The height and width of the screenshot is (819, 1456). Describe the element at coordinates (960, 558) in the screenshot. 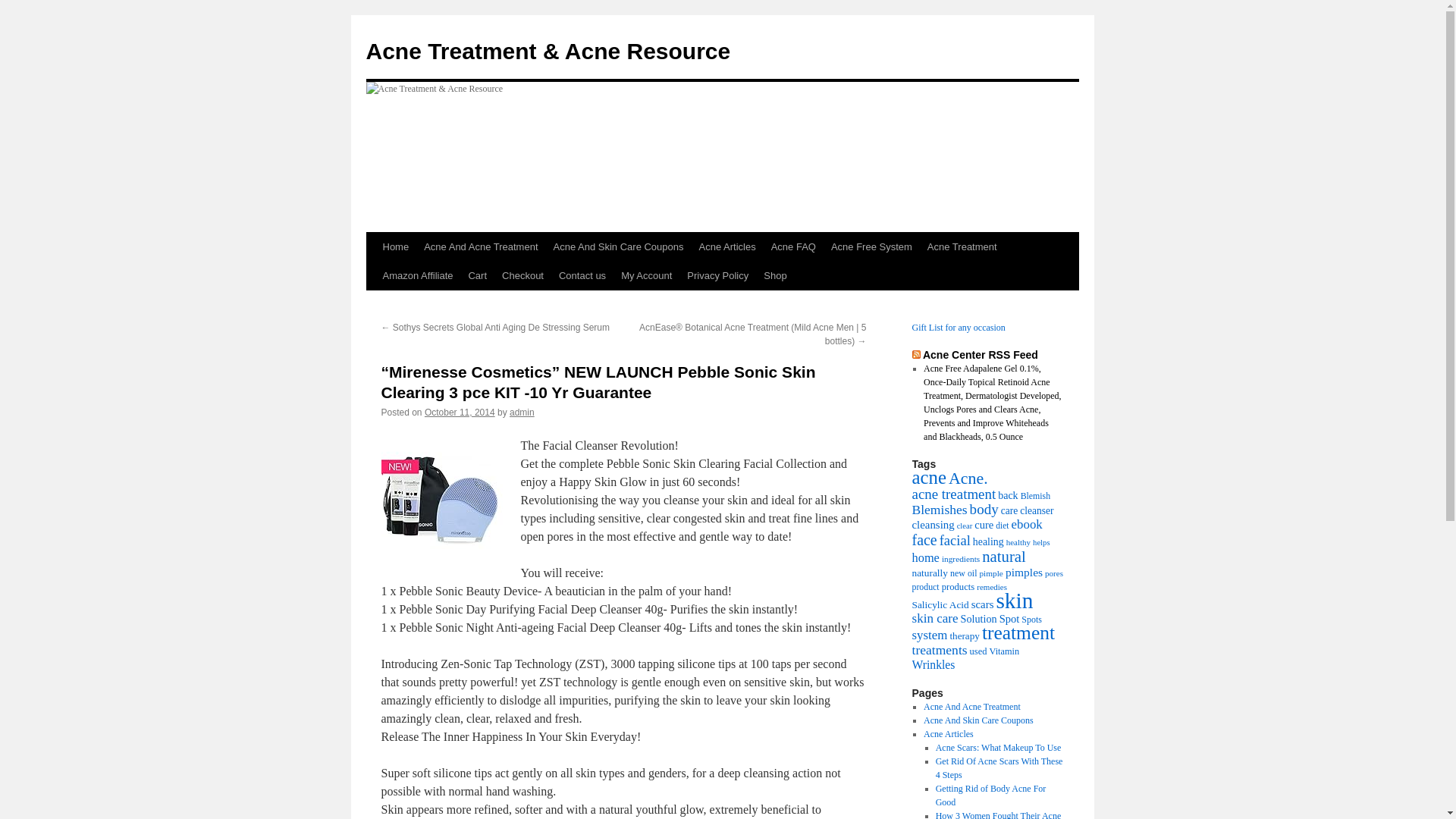

I see `'ingredients'` at that location.